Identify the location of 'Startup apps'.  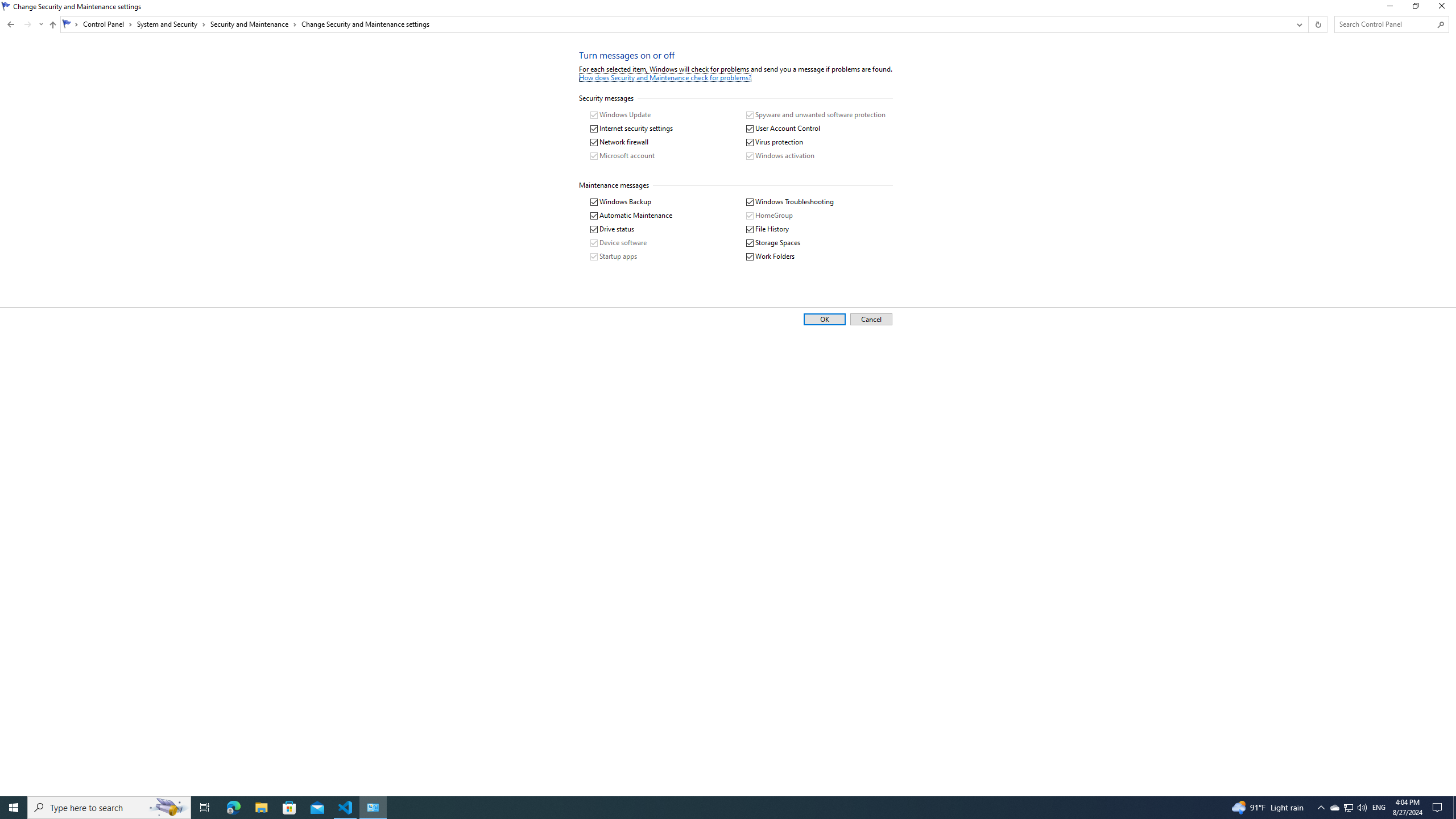
(614, 257).